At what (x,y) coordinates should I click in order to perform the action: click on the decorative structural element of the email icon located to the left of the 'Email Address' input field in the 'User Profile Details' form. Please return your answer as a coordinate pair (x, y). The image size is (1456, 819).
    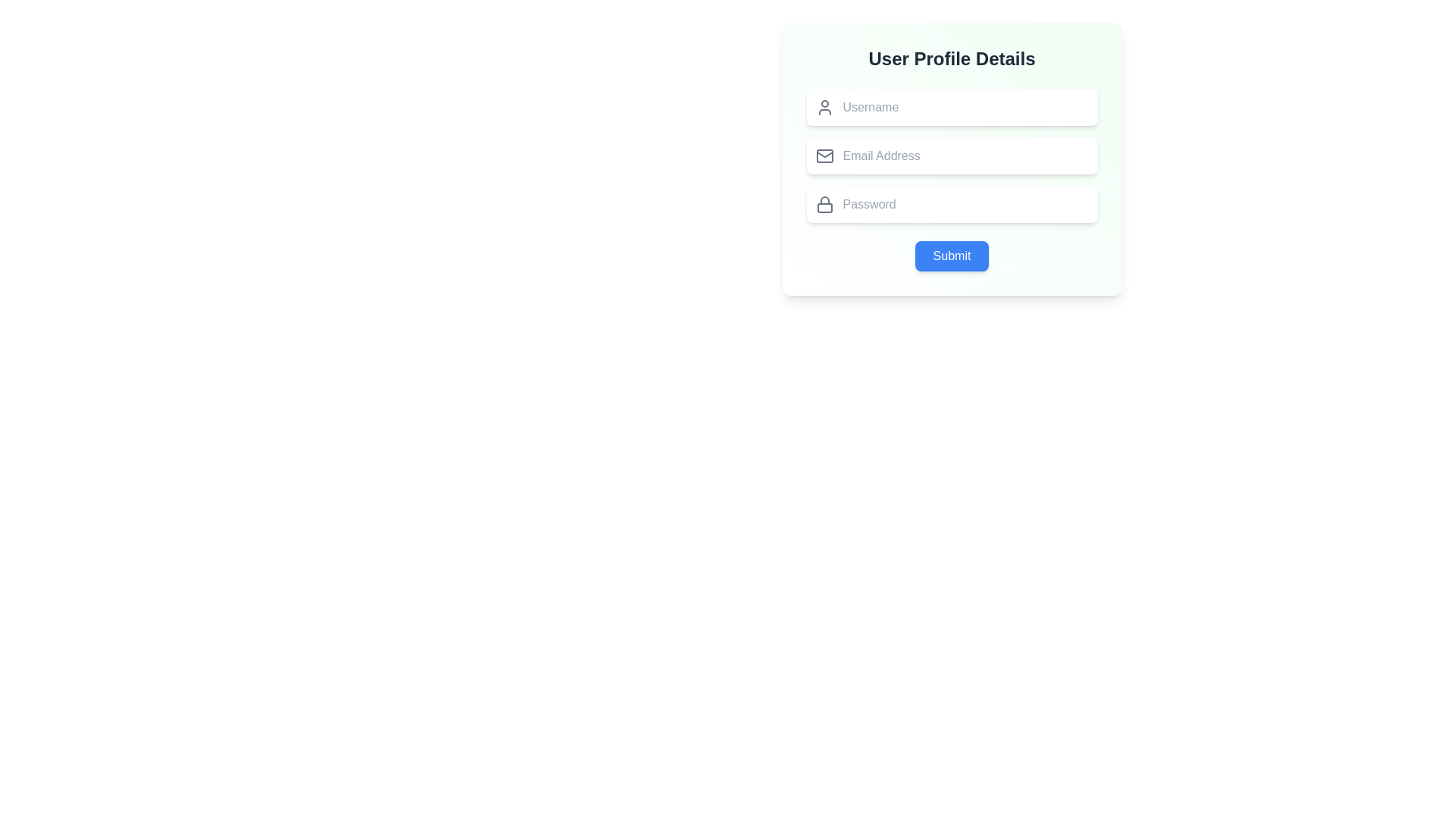
    Looking at the image, I should click on (824, 155).